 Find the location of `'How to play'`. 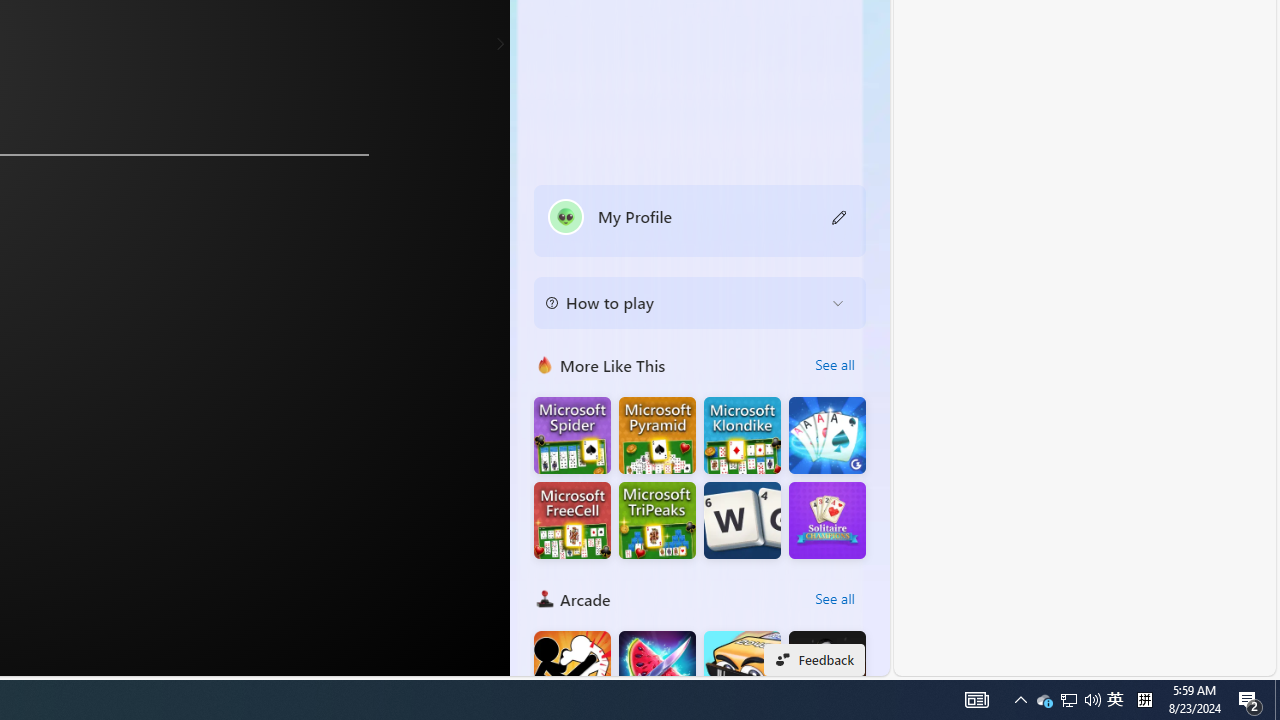

'How to play' is located at coordinates (684, 303).